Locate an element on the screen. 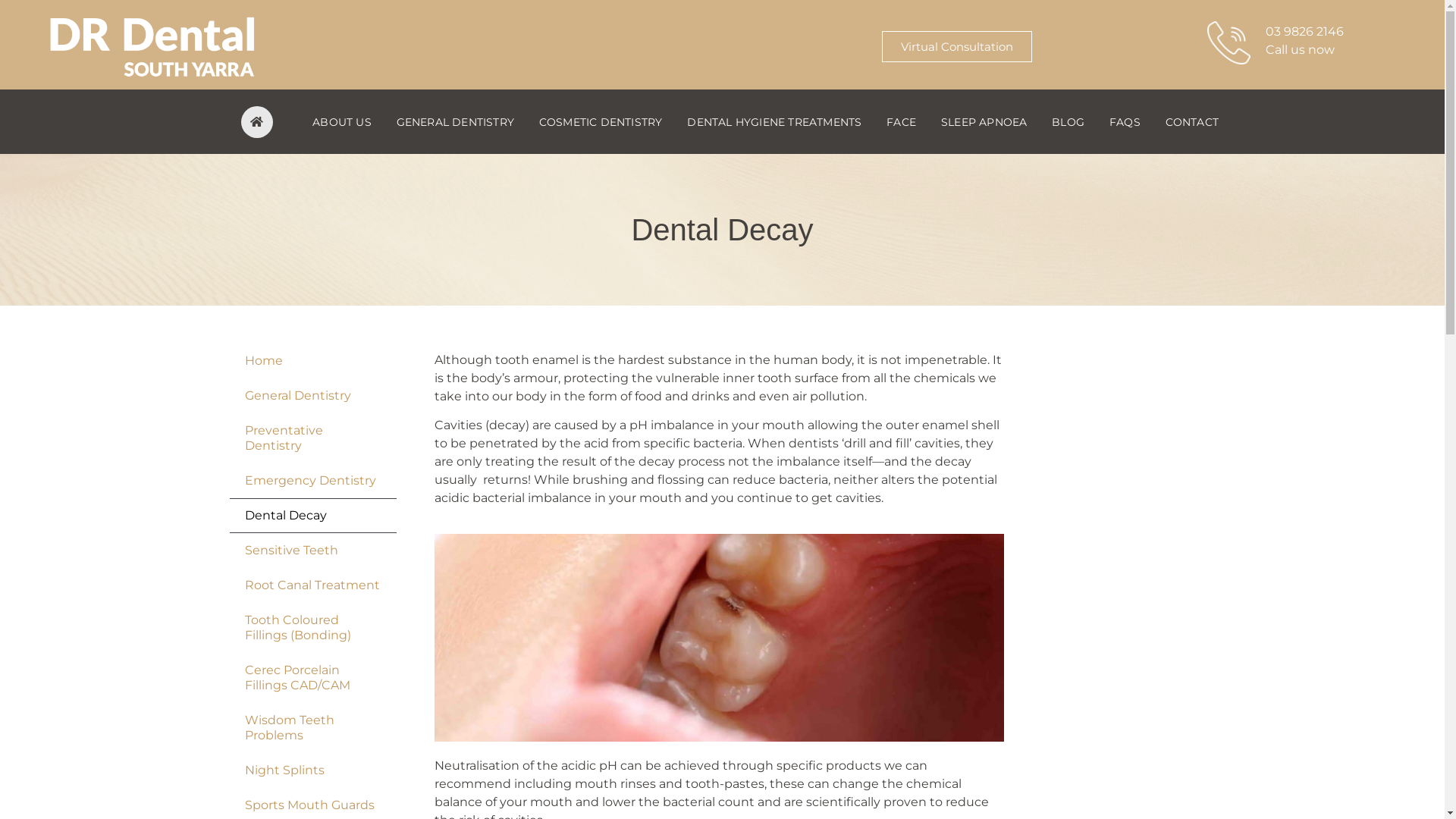 The height and width of the screenshot is (819, 1456). 'GENERAL DENTISTRY' is located at coordinates (383, 120).